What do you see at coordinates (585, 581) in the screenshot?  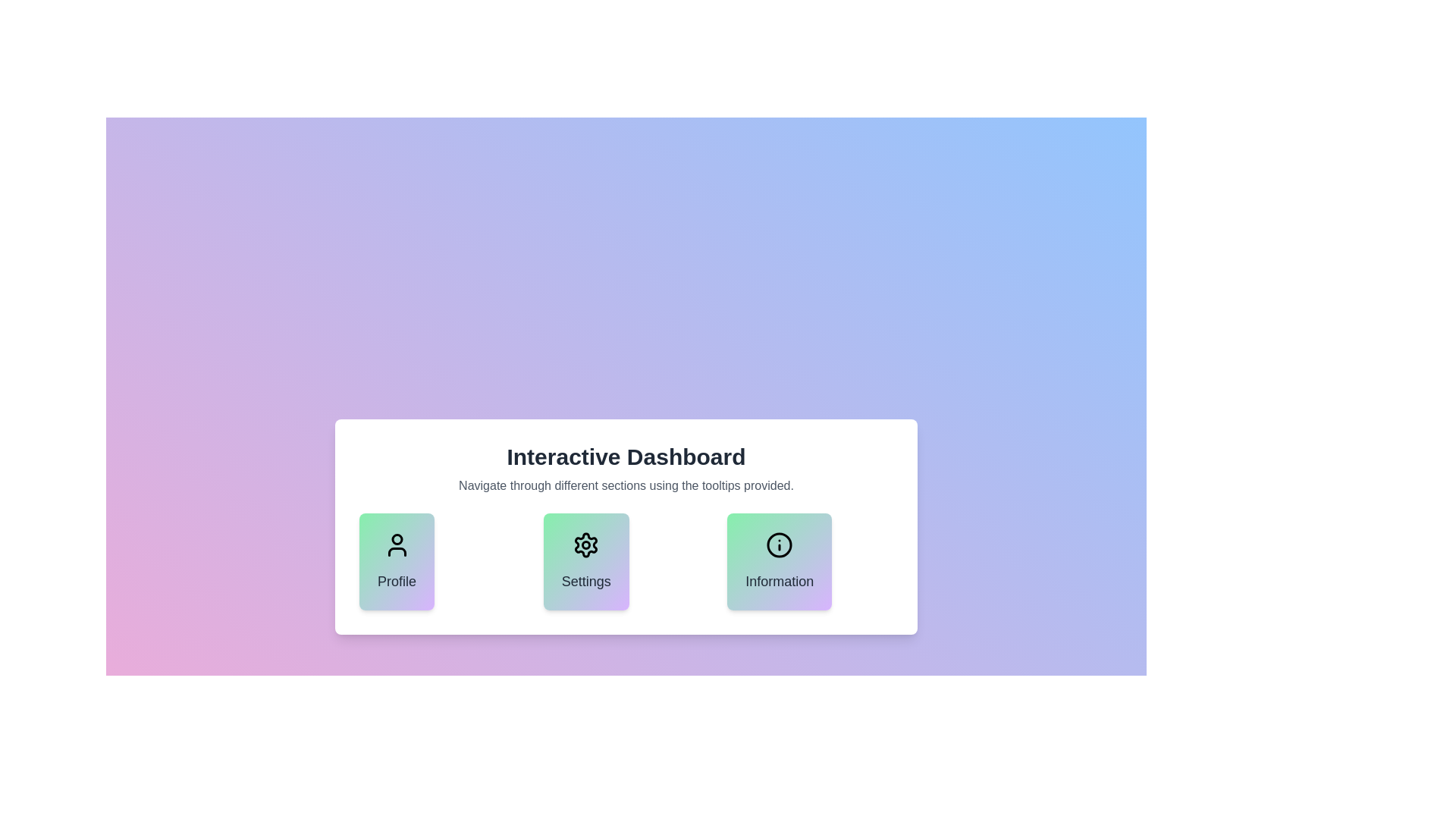 I see `the 'Settings' text label, which is styled with medium font weight and gray color, located at the bottom of the central interactive card under a gear icon in the 'Interactive Dashboard'` at bounding box center [585, 581].